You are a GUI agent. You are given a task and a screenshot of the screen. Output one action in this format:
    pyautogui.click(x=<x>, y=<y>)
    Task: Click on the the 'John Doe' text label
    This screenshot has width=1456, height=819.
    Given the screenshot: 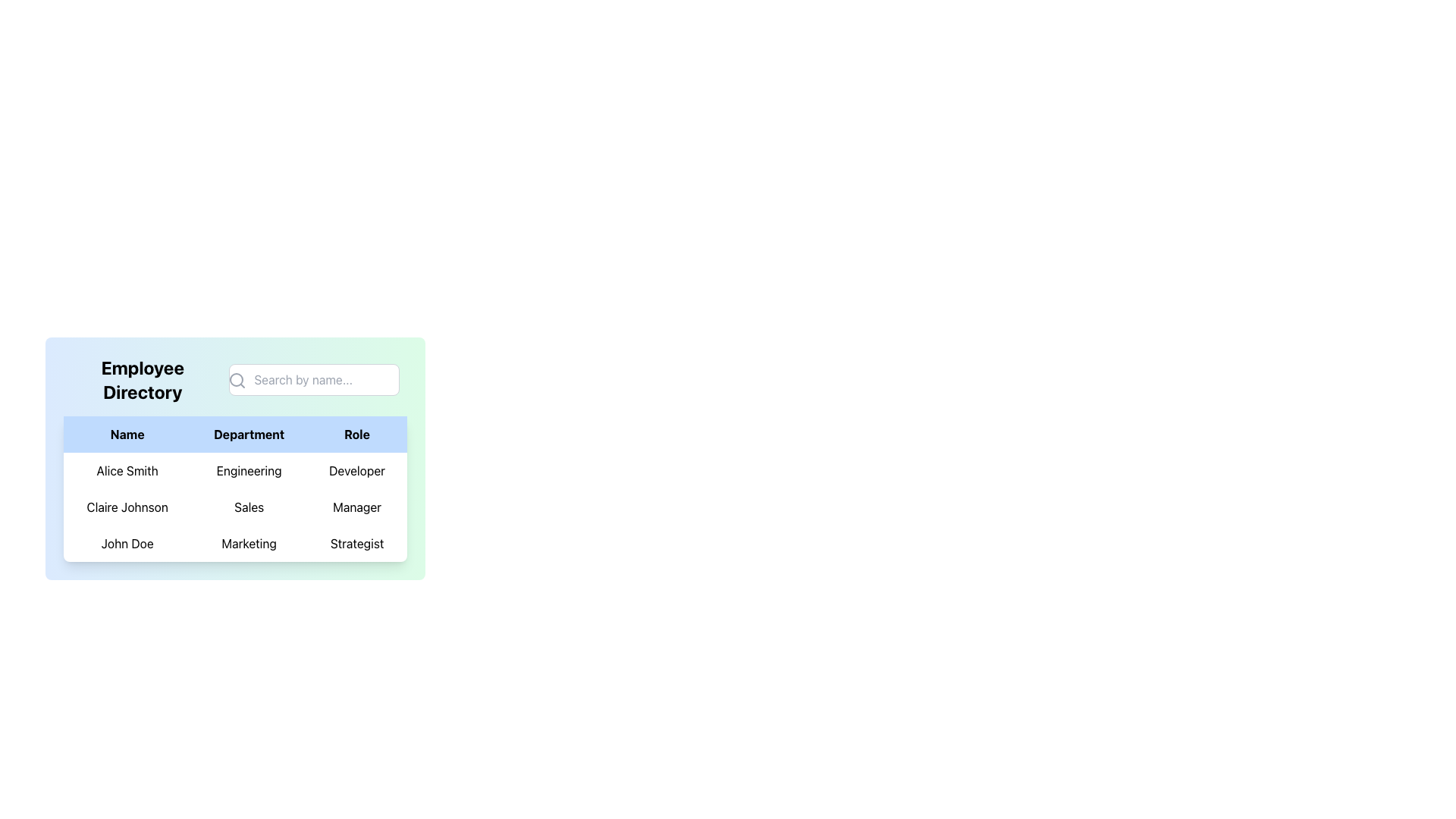 What is the action you would take?
    pyautogui.click(x=127, y=543)
    